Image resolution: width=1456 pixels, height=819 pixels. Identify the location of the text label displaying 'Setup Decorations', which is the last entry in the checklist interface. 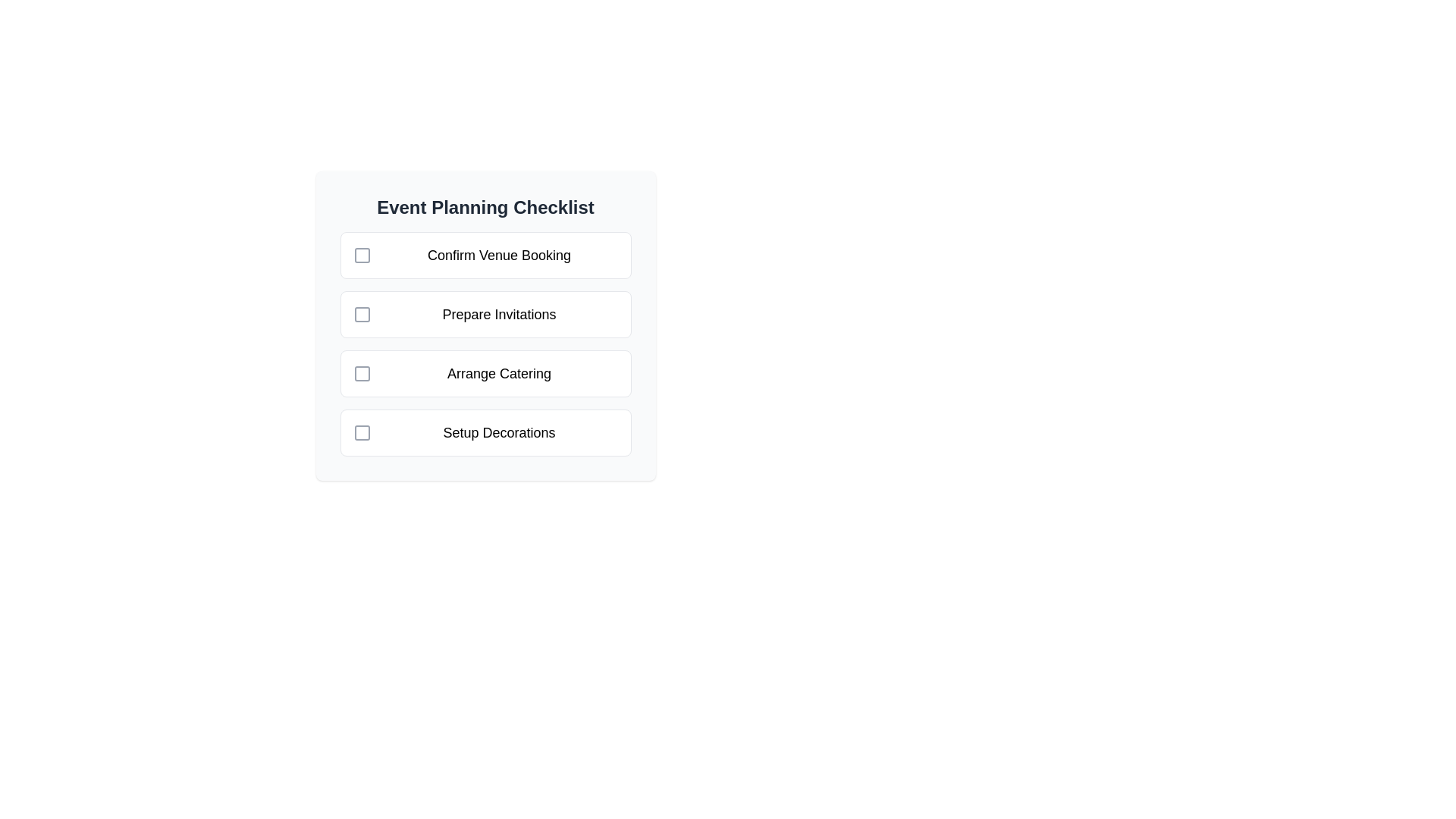
(499, 432).